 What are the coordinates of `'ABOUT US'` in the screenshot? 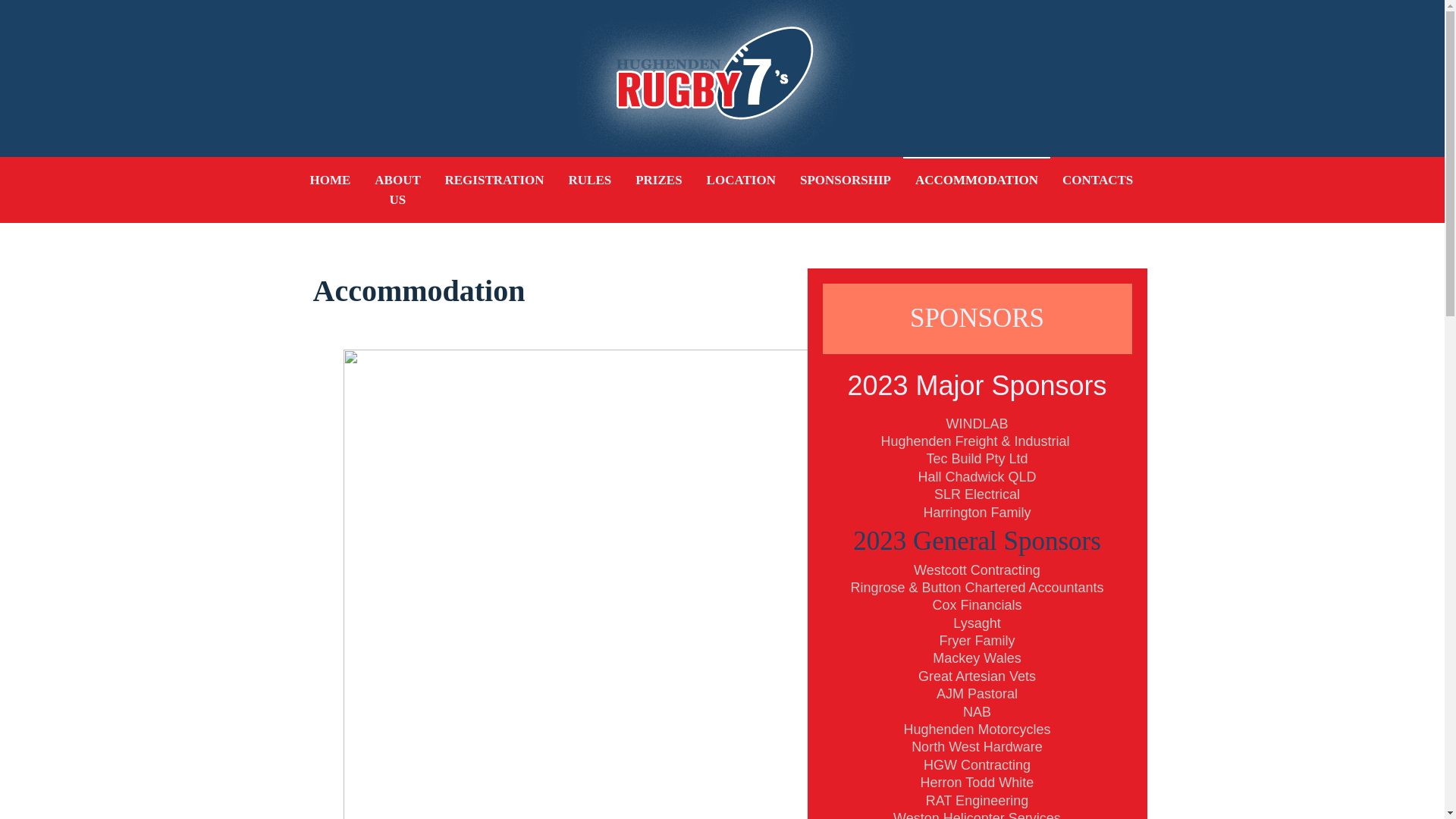 It's located at (397, 189).